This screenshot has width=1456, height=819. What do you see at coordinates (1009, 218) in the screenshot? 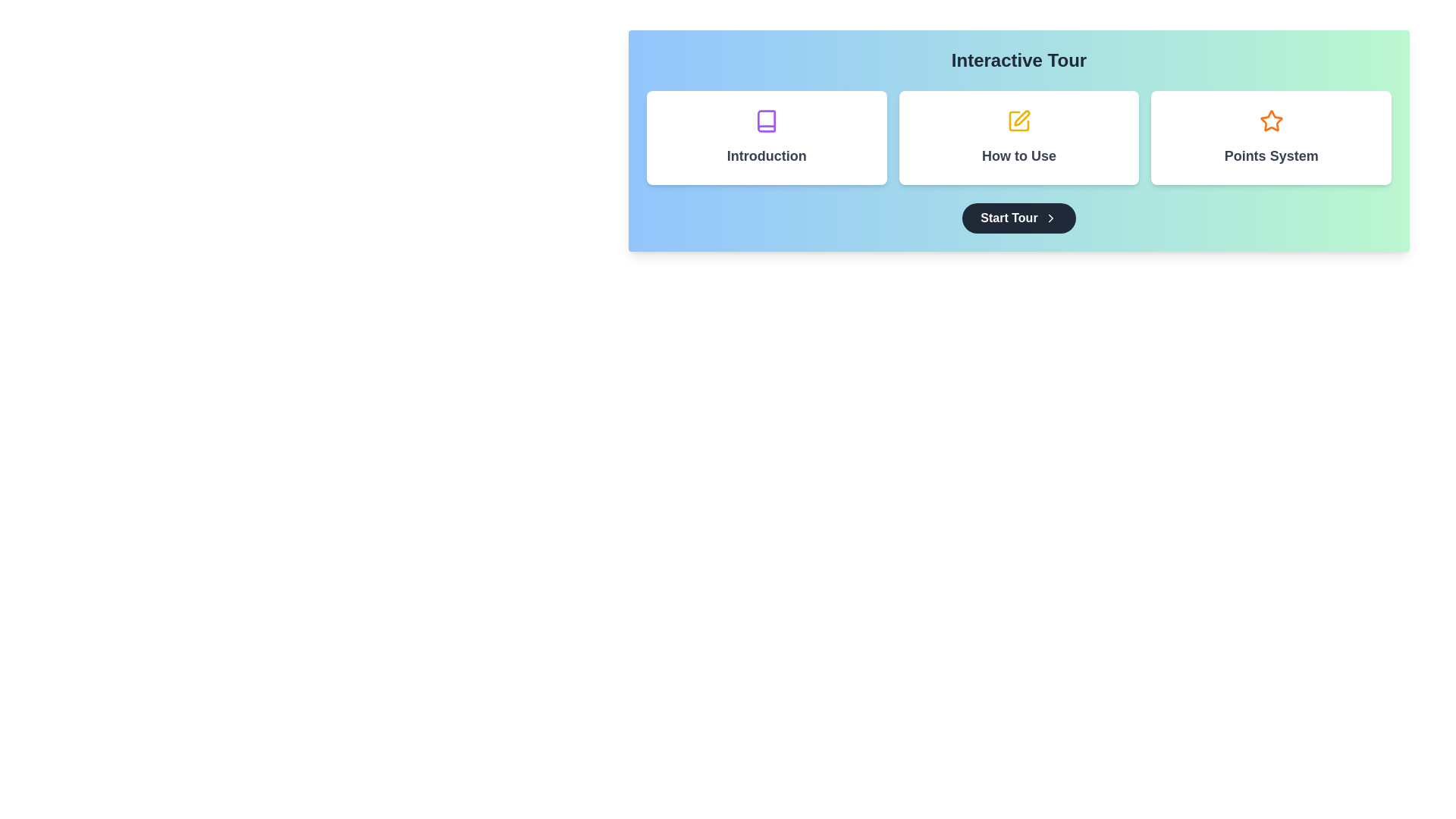
I see `the 'Start Tour' button located in the bottom section of the 'Interactive Tour' component to initiate the tour` at bounding box center [1009, 218].